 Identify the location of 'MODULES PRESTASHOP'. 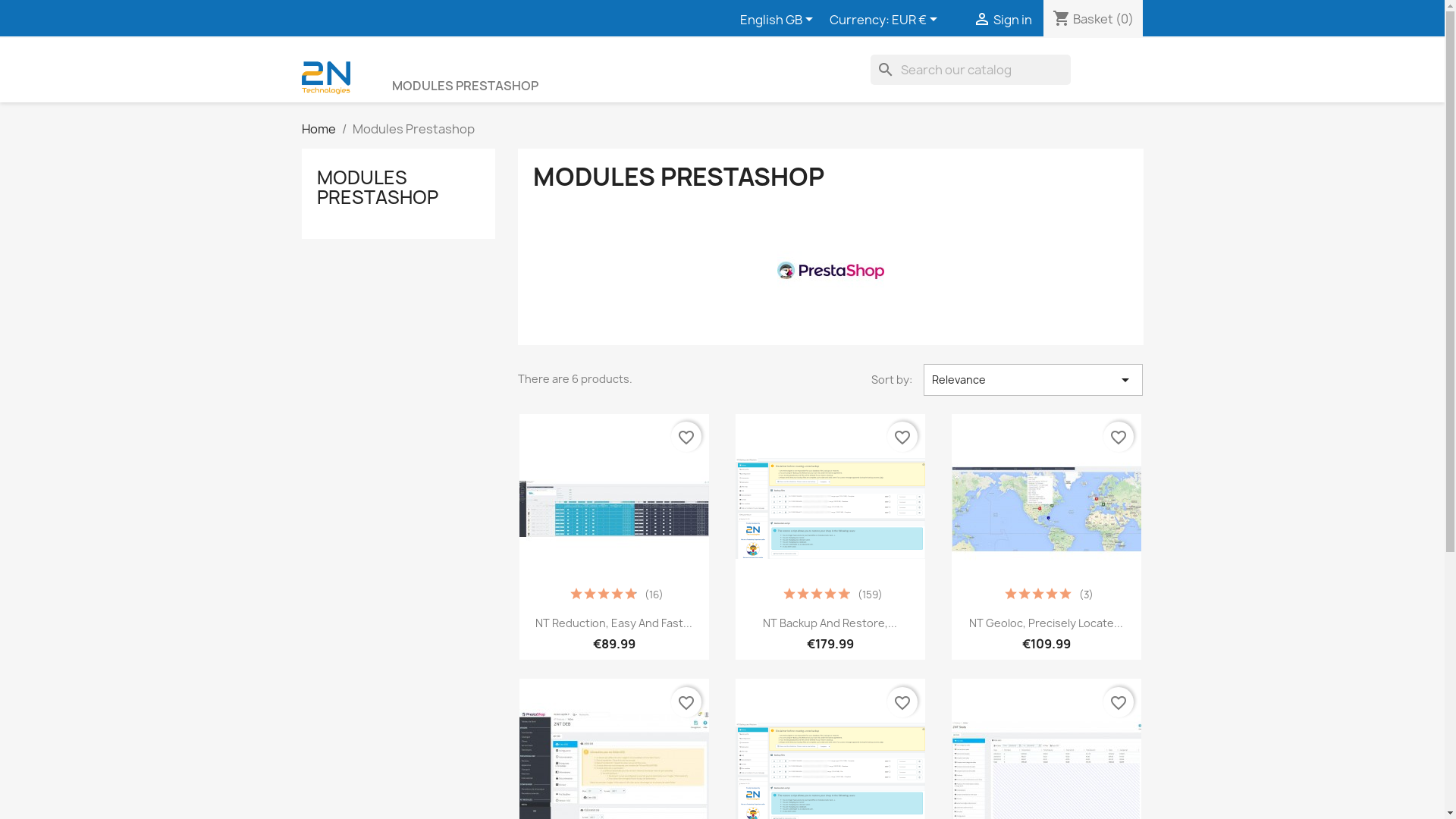
(378, 186).